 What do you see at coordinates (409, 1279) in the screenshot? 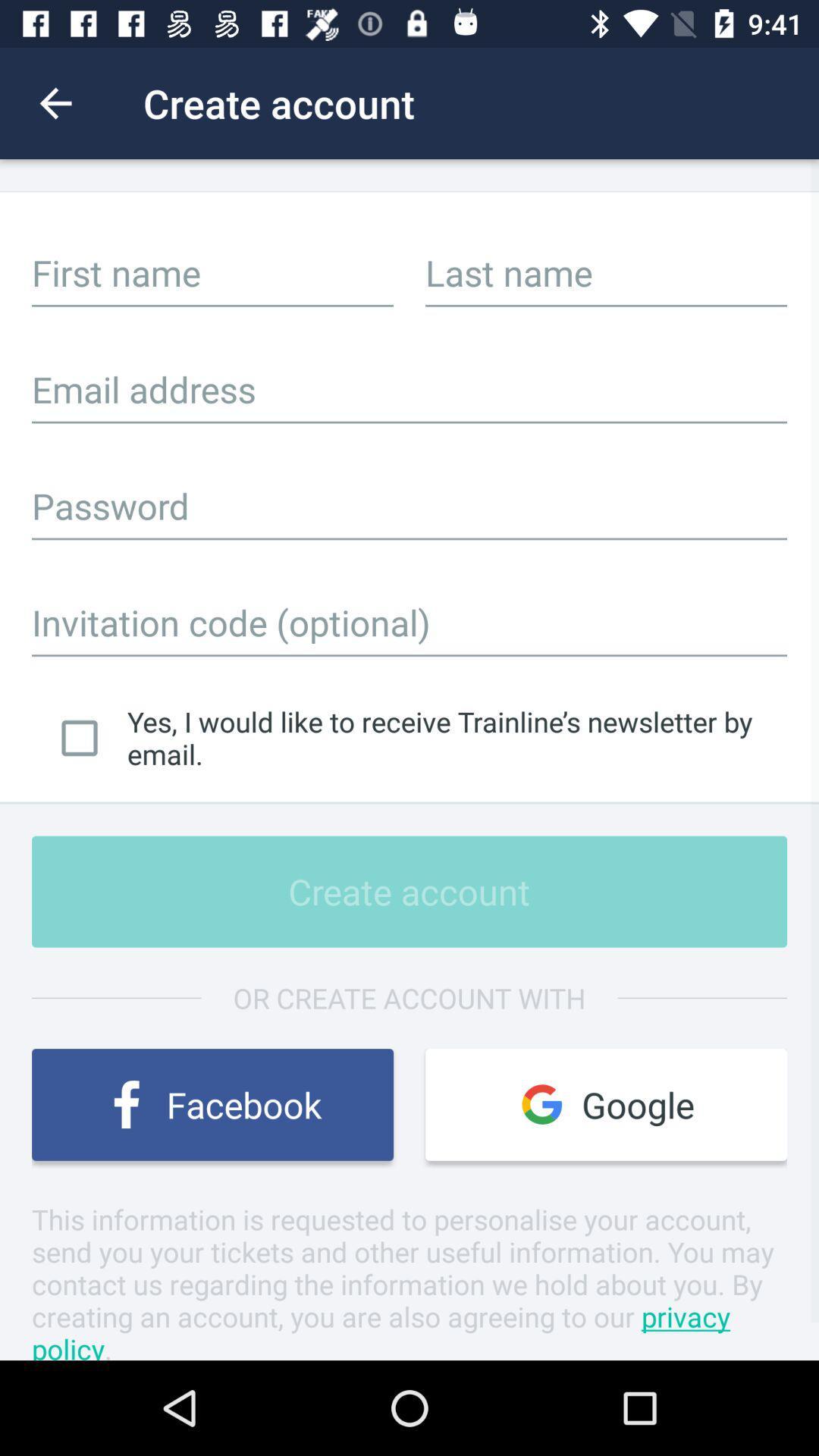
I see `this information is item` at bounding box center [409, 1279].